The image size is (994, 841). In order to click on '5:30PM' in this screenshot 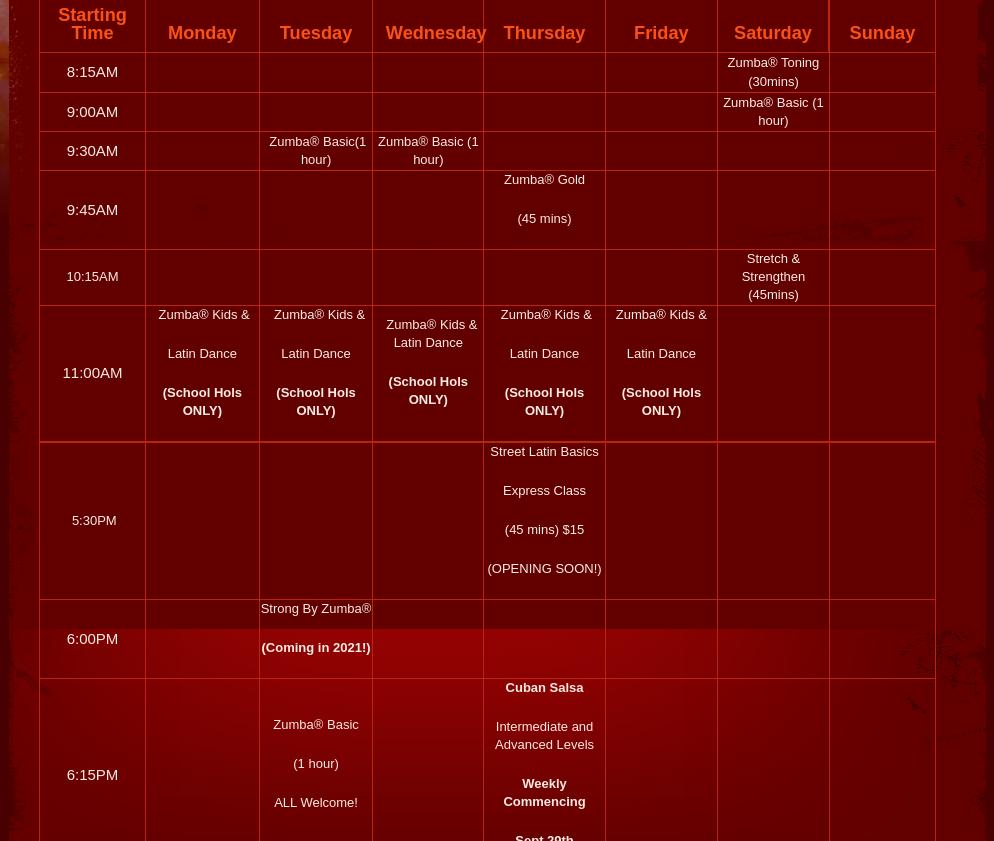, I will do `click(92, 519)`.